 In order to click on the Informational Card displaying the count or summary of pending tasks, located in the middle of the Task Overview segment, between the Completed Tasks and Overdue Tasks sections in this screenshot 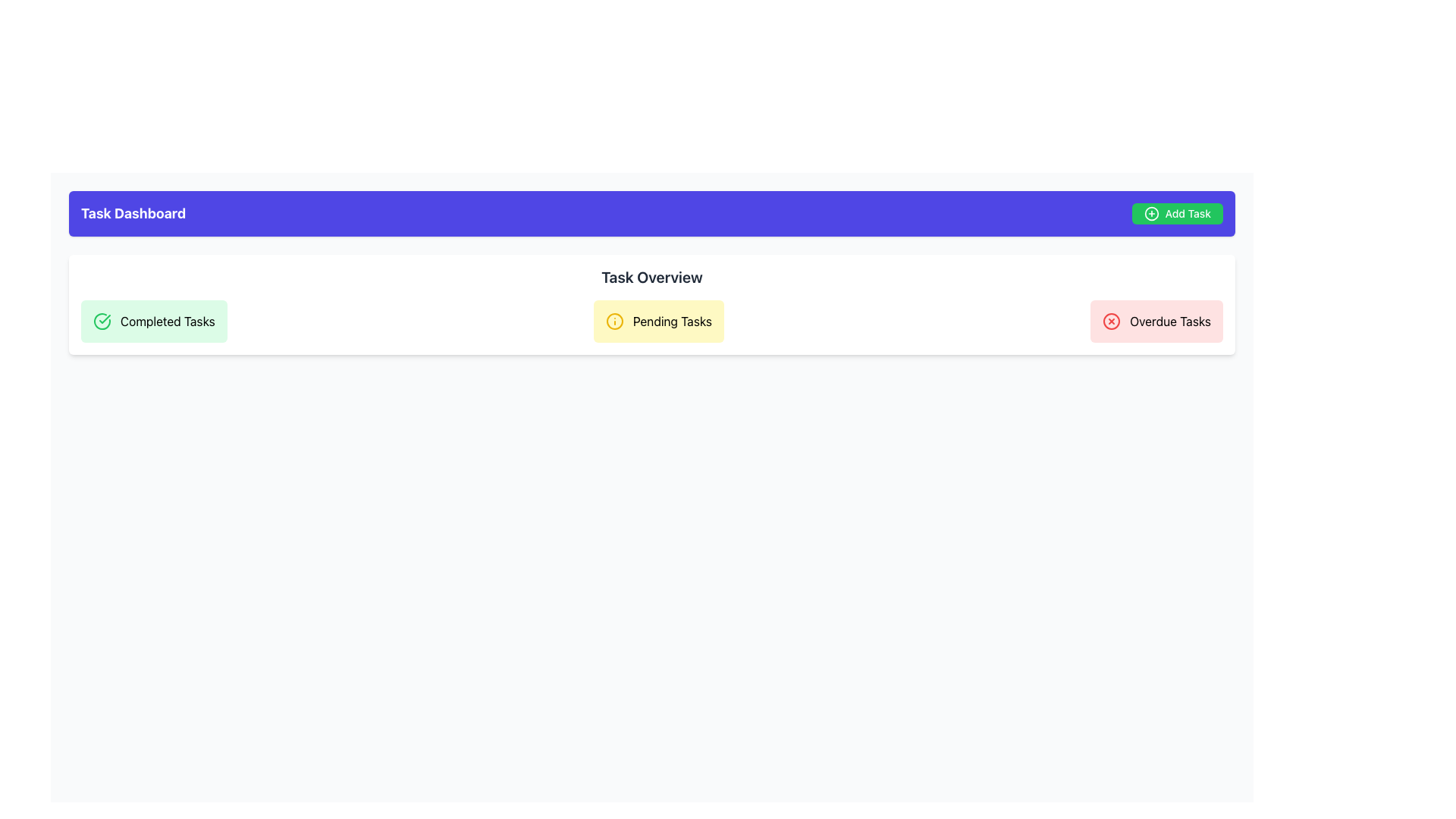, I will do `click(651, 321)`.